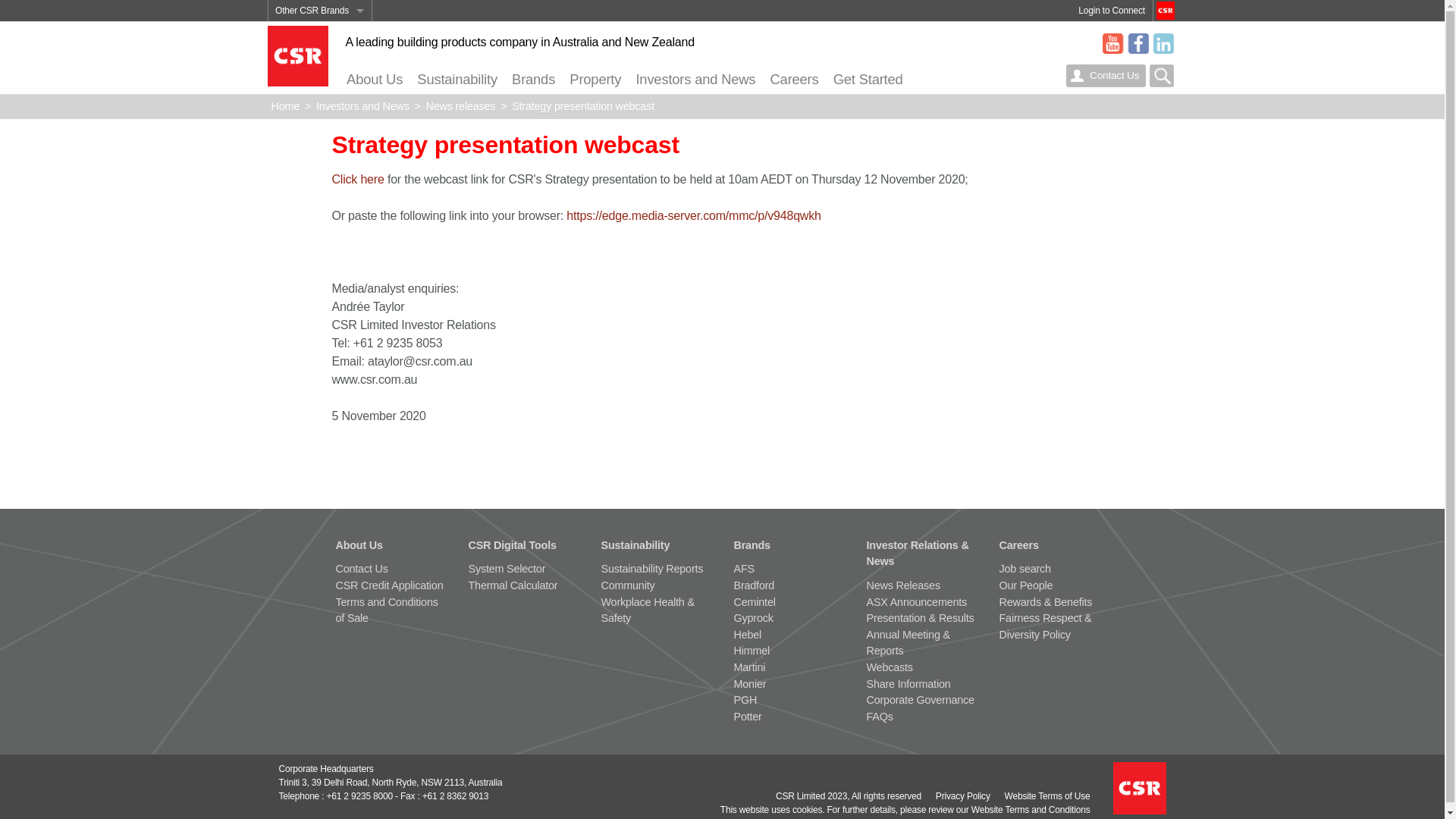 This screenshot has width=1456, height=819. Describe the element at coordinates (734, 601) in the screenshot. I see `'Cemintel'` at that location.